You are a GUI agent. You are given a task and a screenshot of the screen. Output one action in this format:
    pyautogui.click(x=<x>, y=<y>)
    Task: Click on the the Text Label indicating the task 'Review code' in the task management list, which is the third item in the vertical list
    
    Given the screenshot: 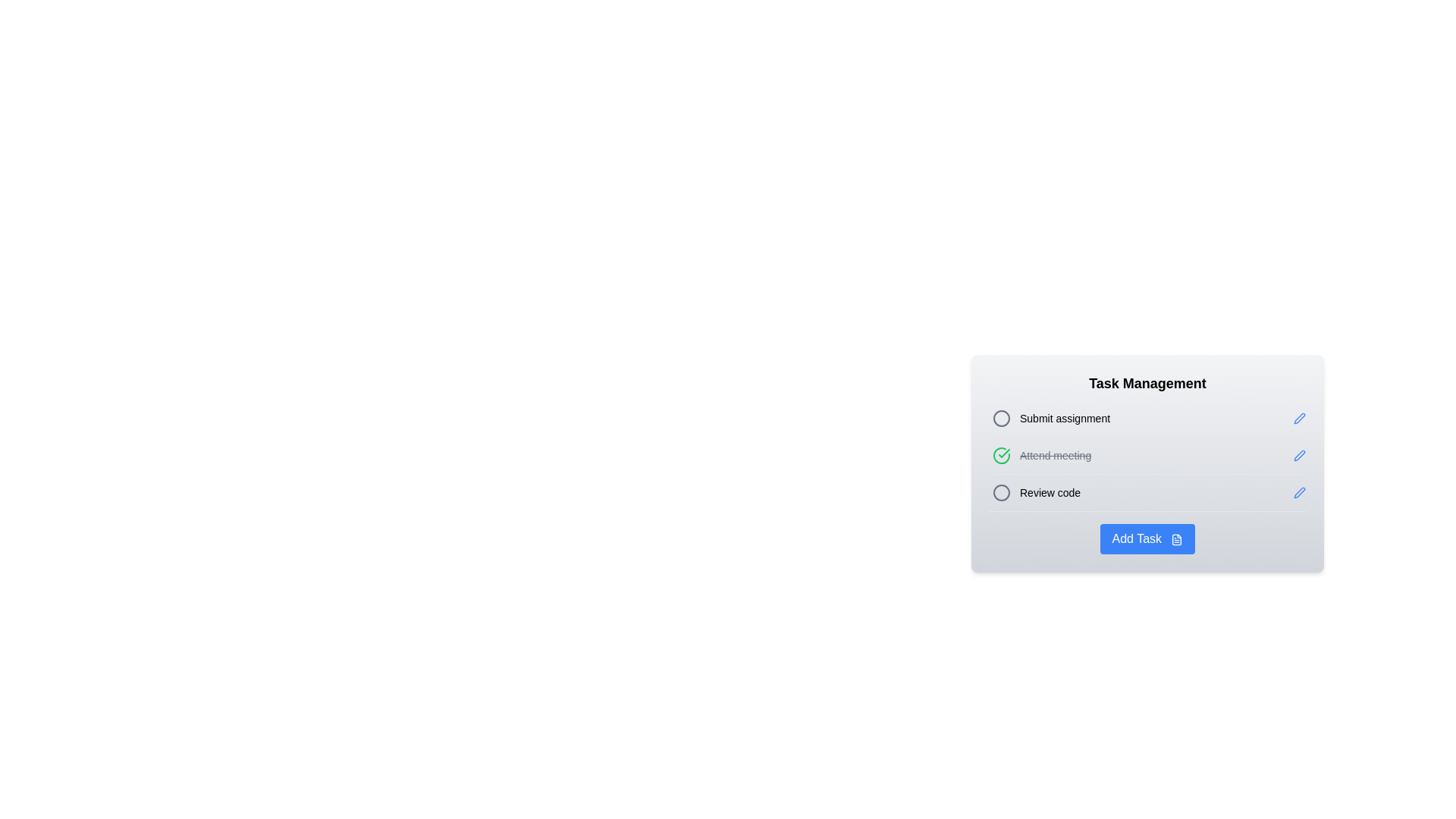 What is the action you would take?
    pyautogui.click(x=1050, y=493)
    